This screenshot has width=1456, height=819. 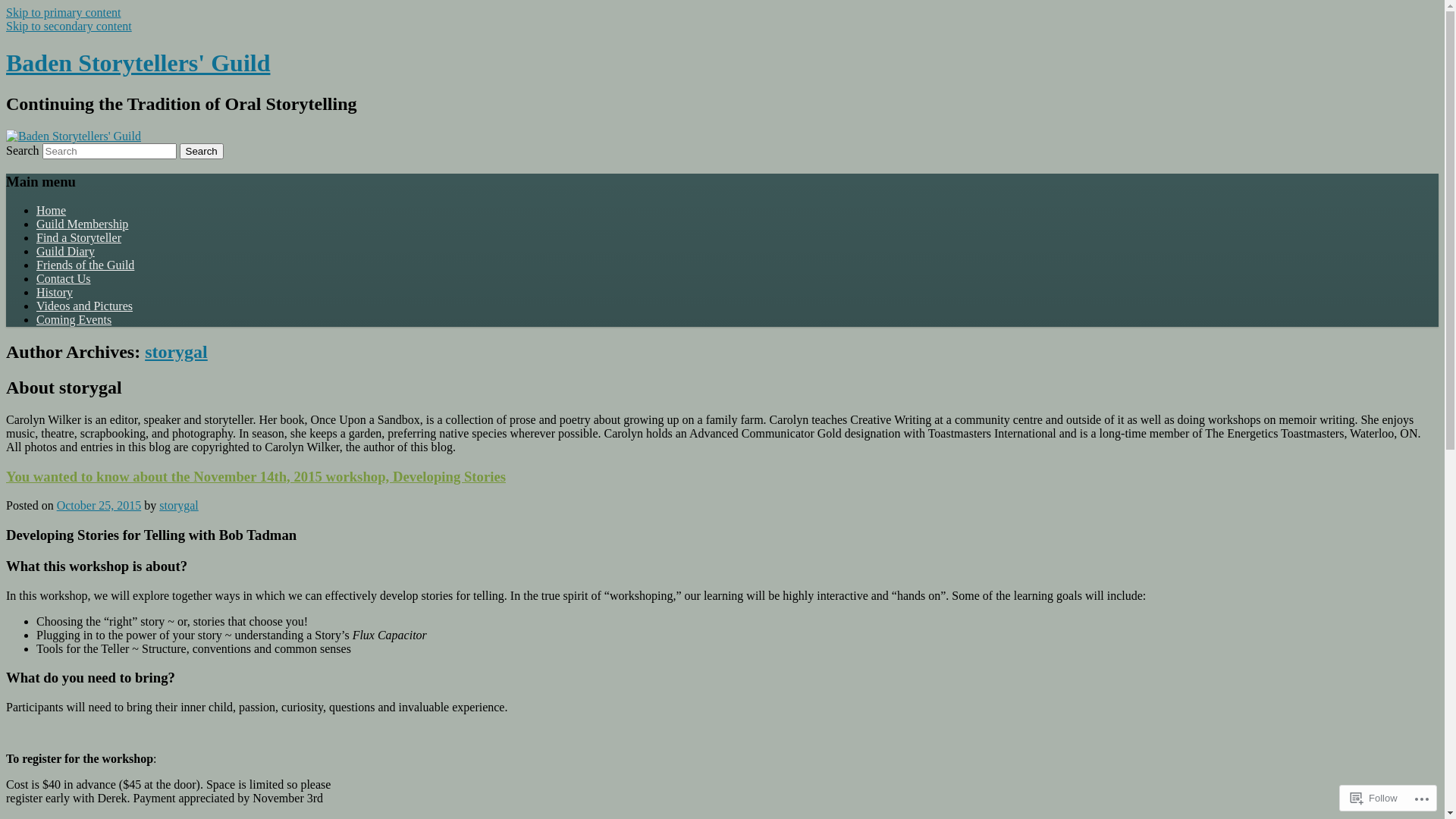 What do you see at coordinates (159, 505) in the screenshot?
I see `'storygal'` at bounding box center [159, 505].